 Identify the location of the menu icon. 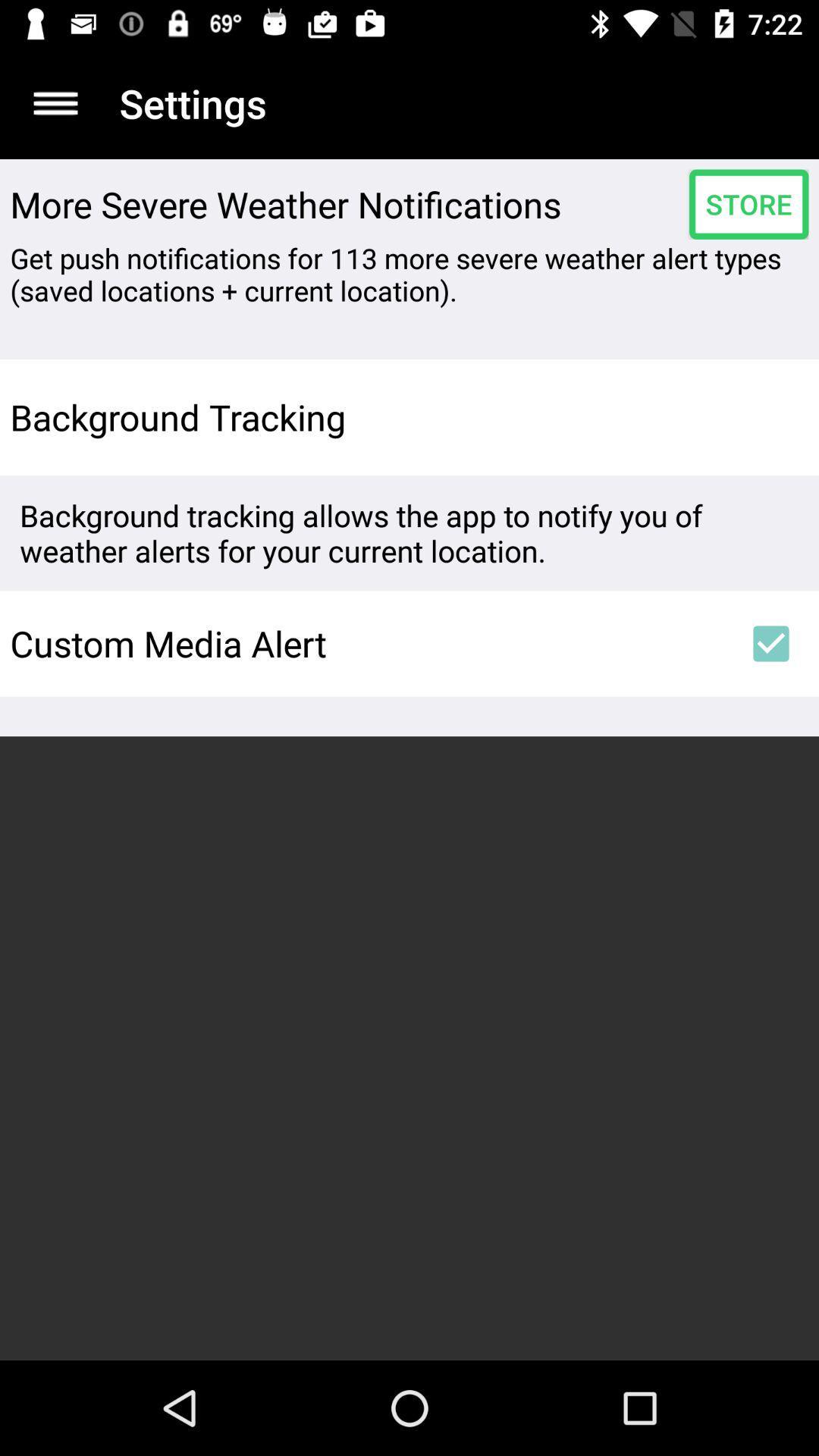
(55, 102).